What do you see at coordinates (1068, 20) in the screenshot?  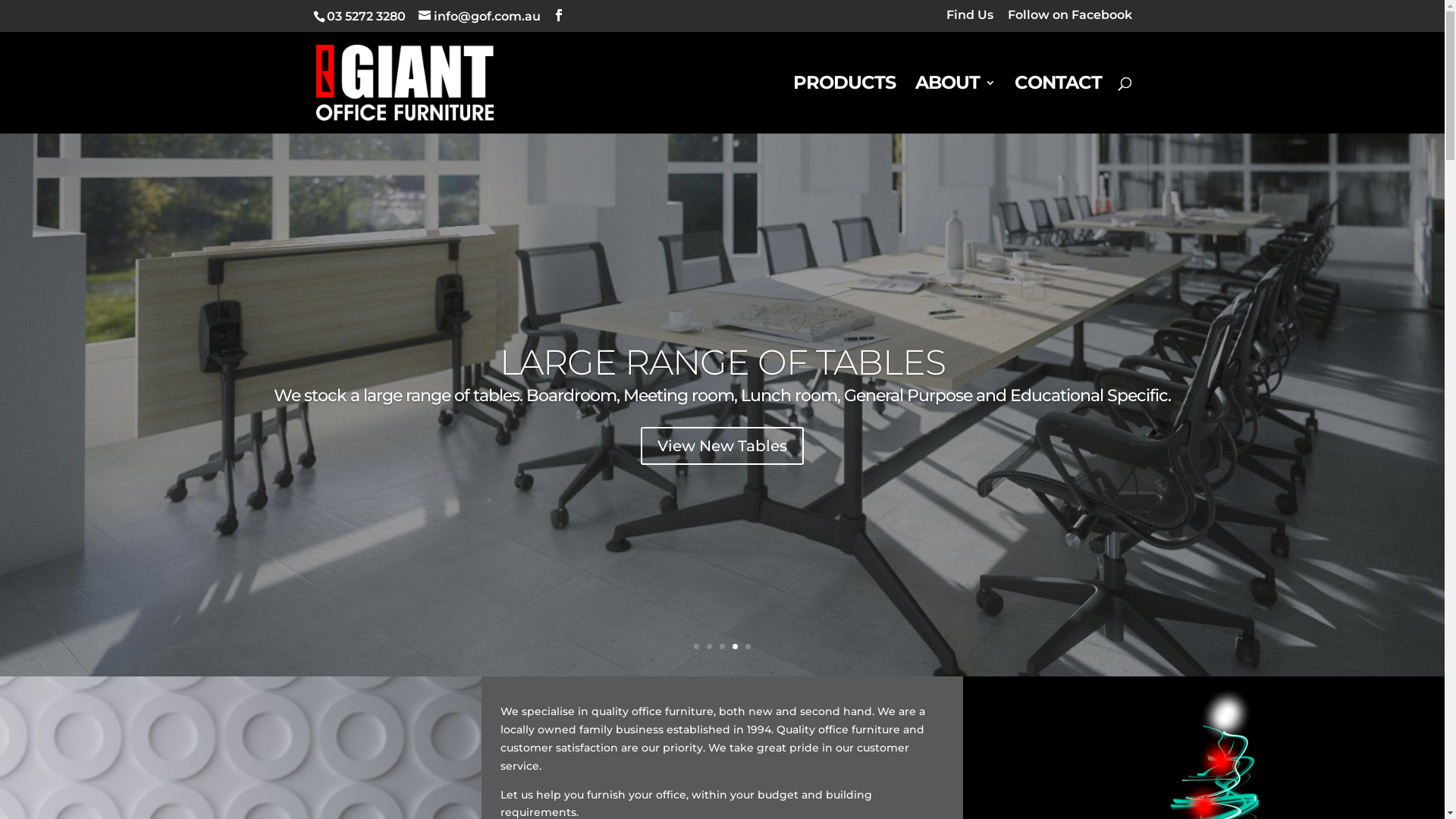 I see `'Follow on Facebook'` at bounding box center [1068, 20].